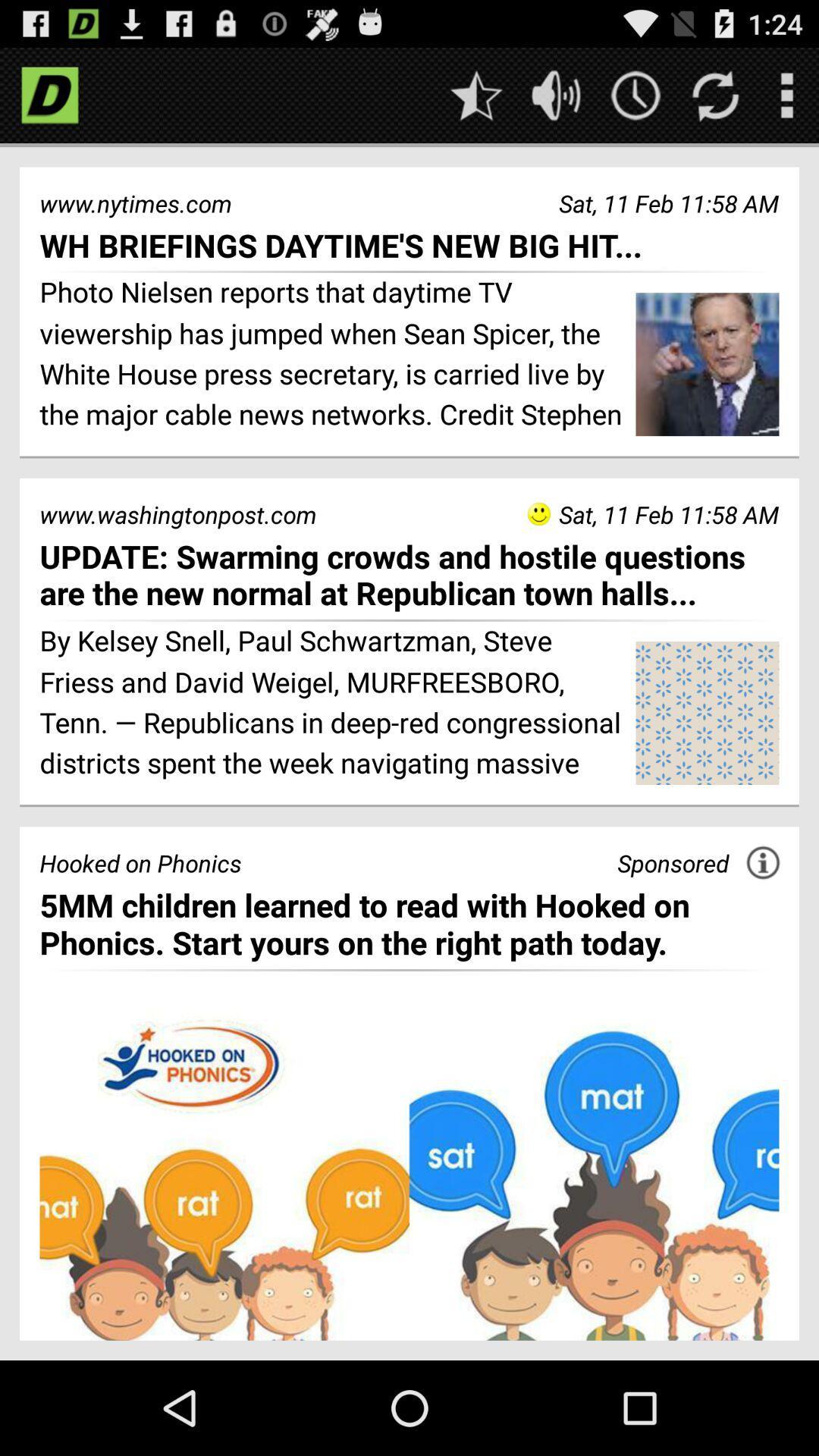  Describe the element at coordinates (409, 245) in the screenshot. I see `the icon below www.nytimes.com item` at that location.